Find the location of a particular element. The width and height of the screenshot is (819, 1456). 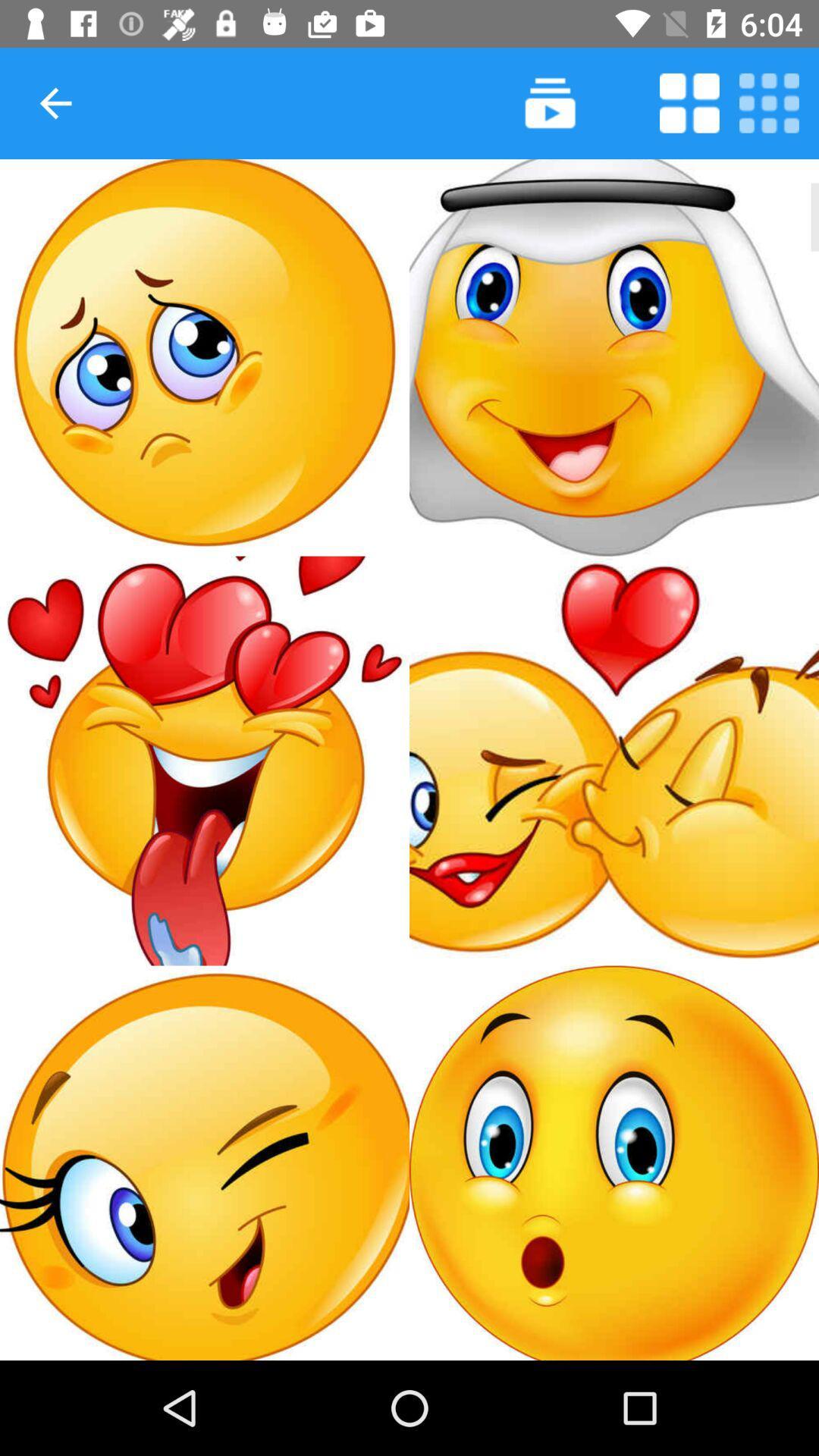

emoji is located at coordinates (614, 356).